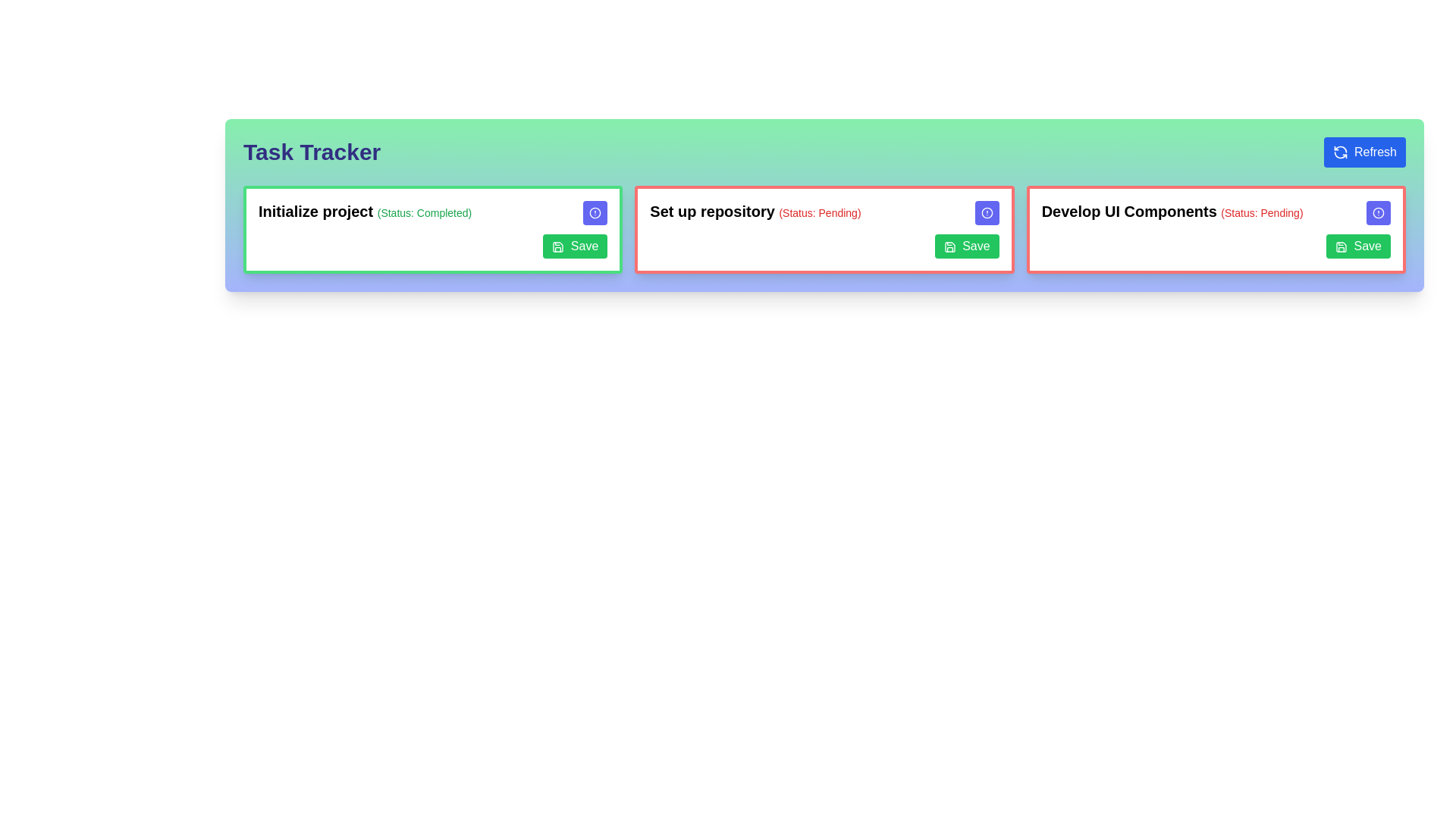  Describe the element at coordinates (1172, 213) in the screenshot. I see `the status of the label displaying 'Develop UI Components (Status: Pending)' which is styled with bold text and a smaller red font for the status` at that location.